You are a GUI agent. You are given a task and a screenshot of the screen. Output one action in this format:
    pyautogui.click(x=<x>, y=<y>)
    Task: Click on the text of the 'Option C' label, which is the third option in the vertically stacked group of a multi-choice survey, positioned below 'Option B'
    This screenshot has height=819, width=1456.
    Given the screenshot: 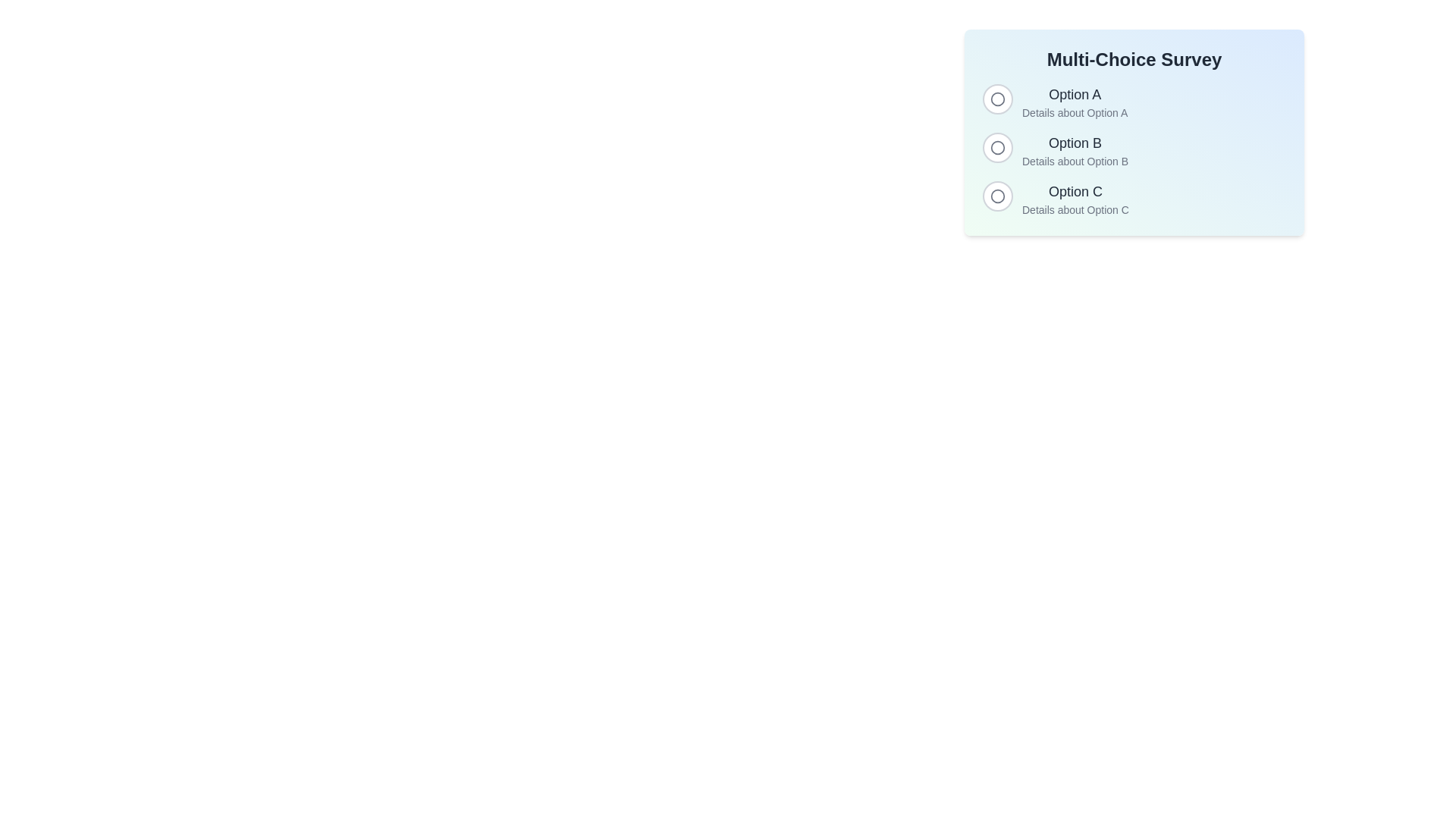 What is the action you would take?
    pyautogui.click(x=1075, y=198)
    